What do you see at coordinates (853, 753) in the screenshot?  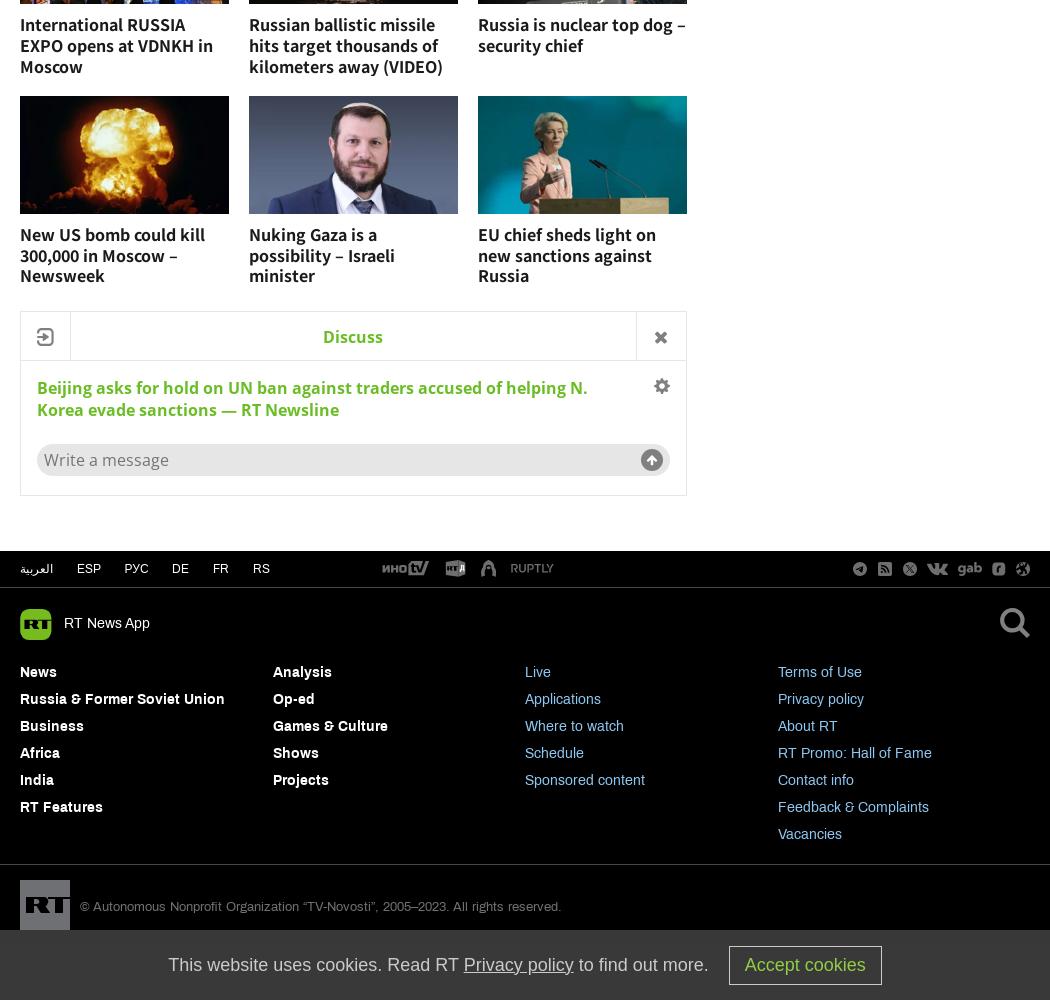 I see `'RT Promo: Hall of Fame'` at bounding box center [853, 753].